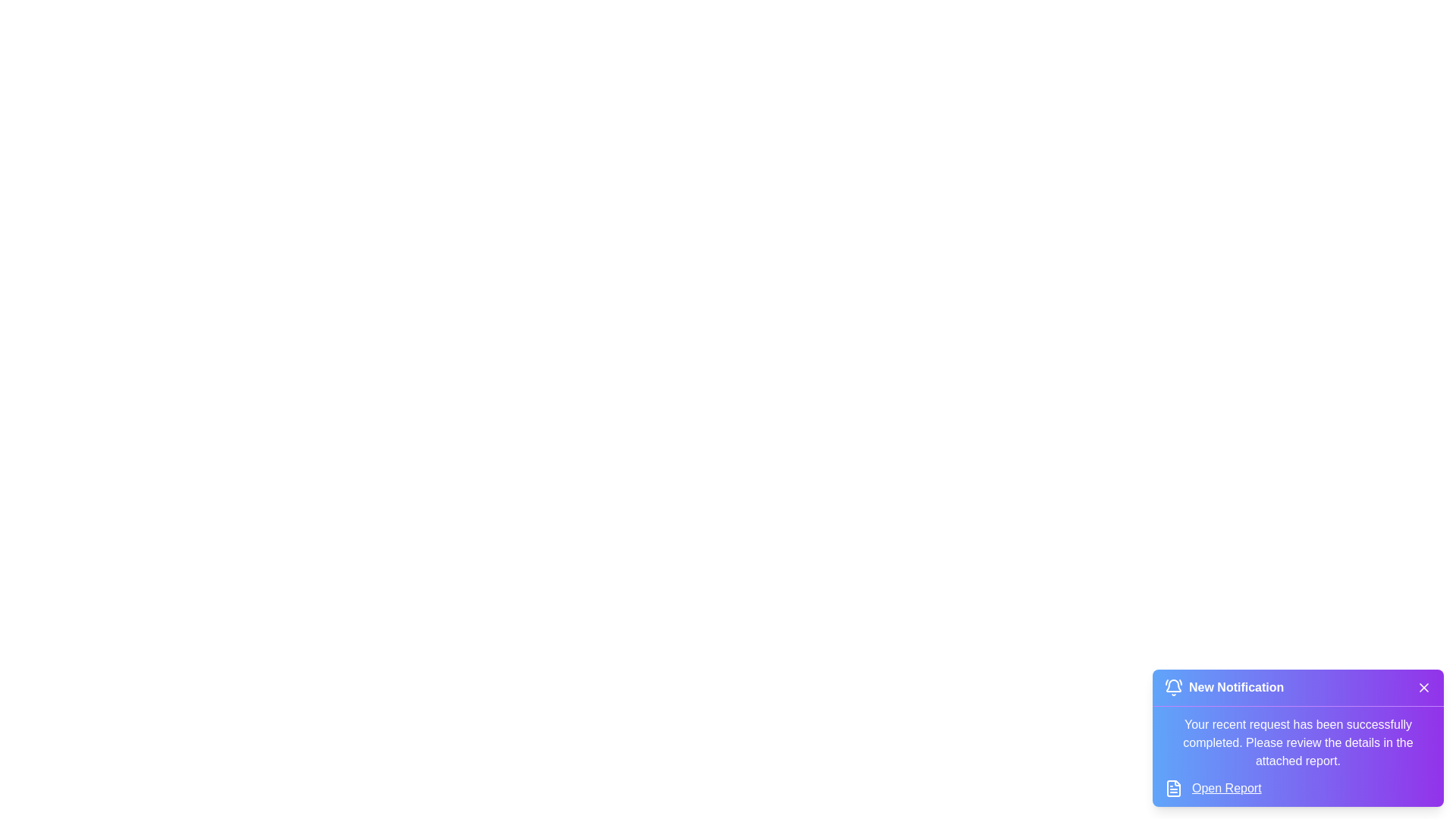 The width and height of the screenshot is (1456, 819). Describe the element at coordinates (1224, 687) in the screenshot. I see `text displayed in the title or header of the notification located at the top-left corner of the card-style notification widget` at that location.